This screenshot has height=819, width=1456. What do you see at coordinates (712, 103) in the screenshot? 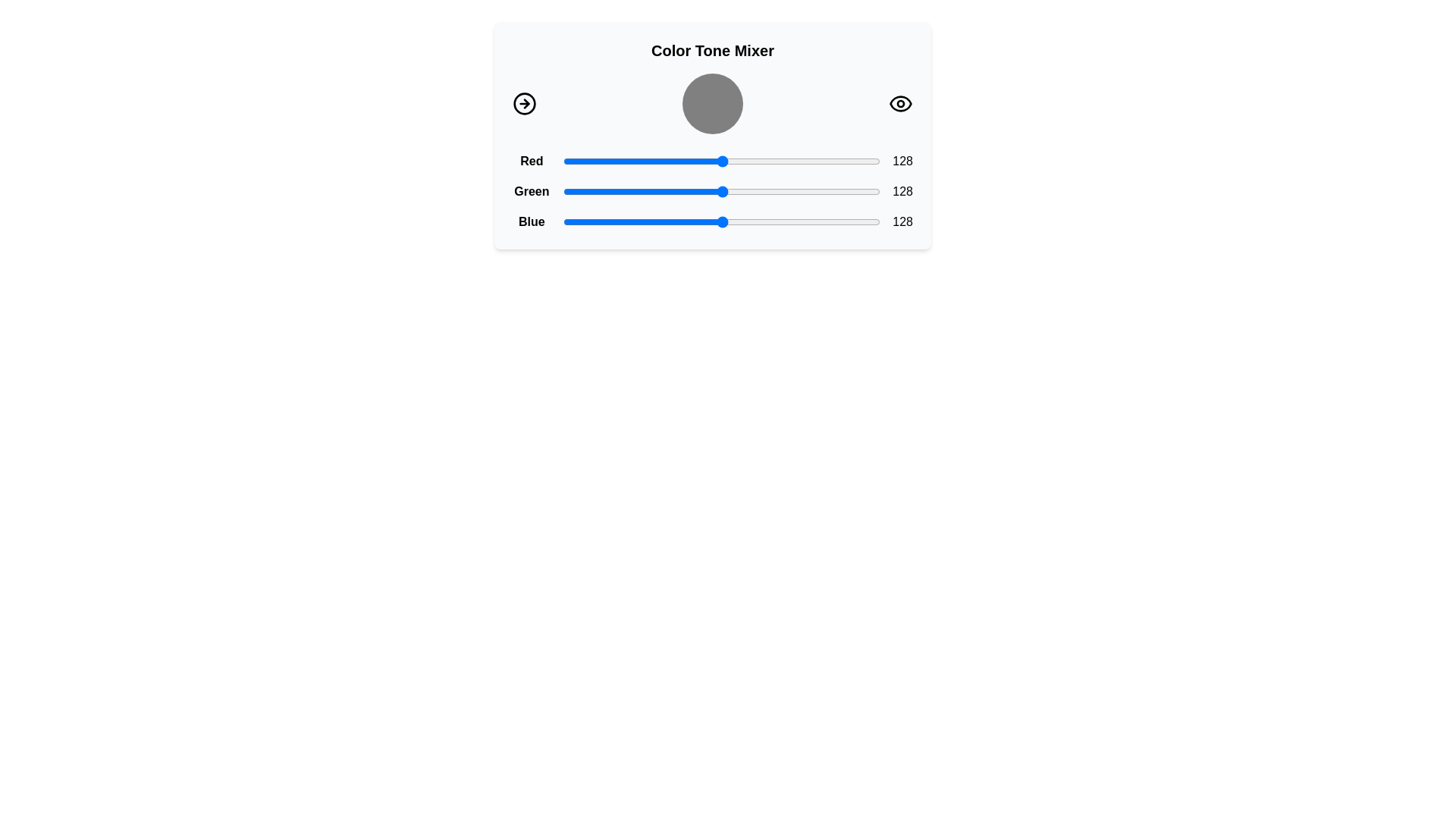
I see `the circular static visual indicator element with a gray background, which is centrally located beneath the 'Color Tone Mixer' title` at bounding box center [712, 103].